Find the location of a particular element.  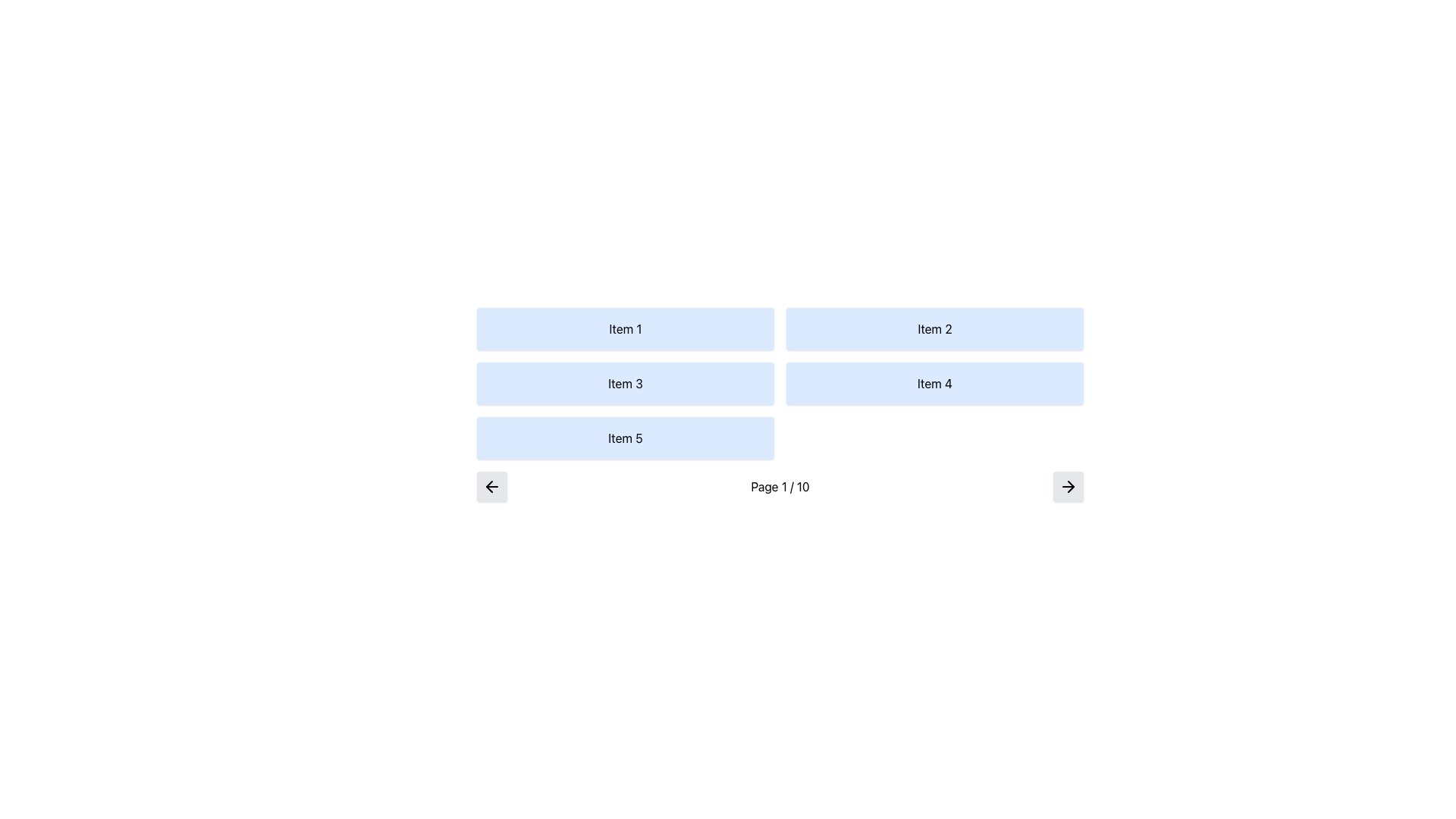

the navigation button located at the bottom-left corner of the interface, adjacent to the text 'Page 1 / 10' is located at coordinates (491, 486).